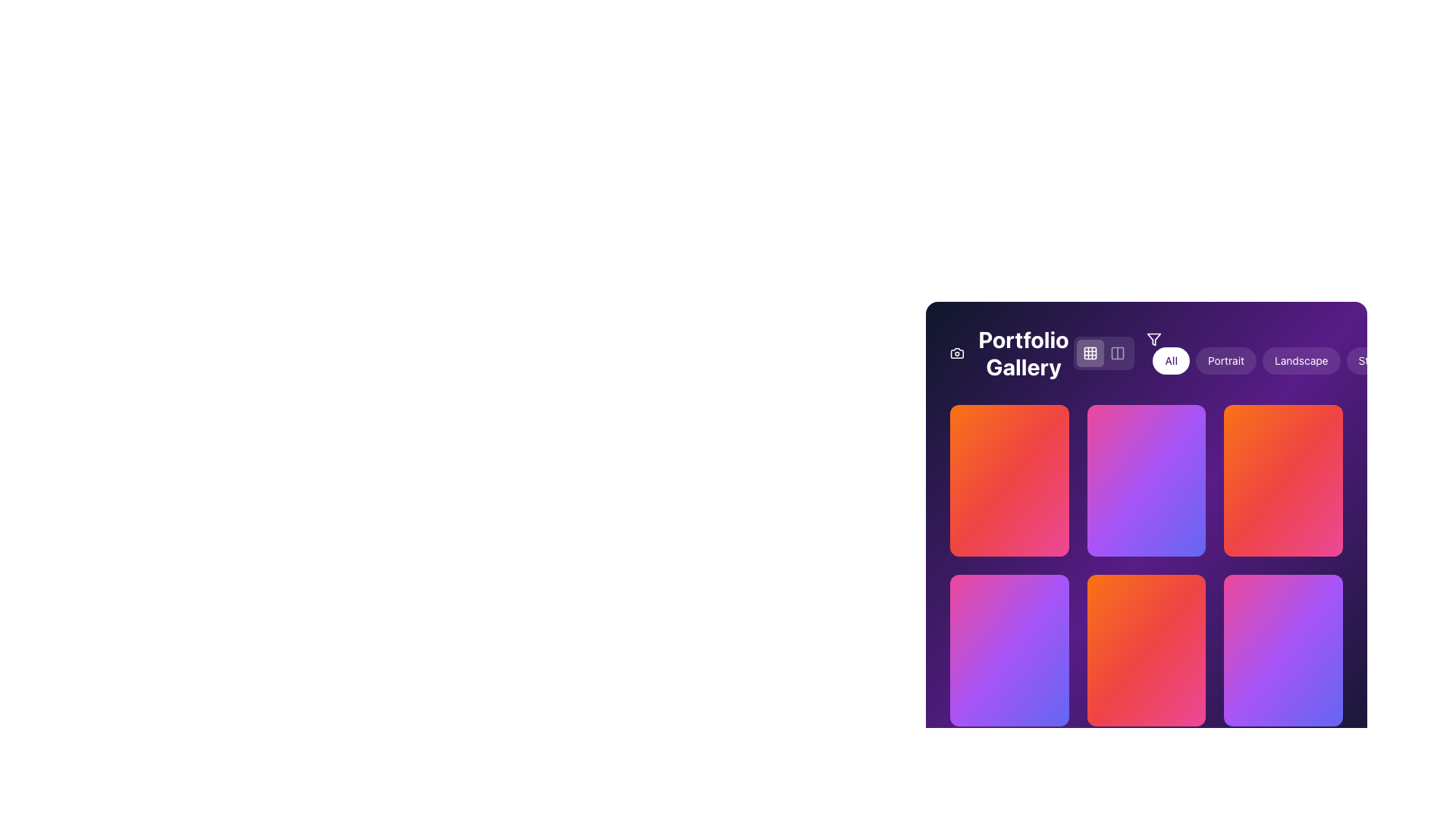  What do you see at coordinates (1147, 480) in the screenshot?
I see `the second grid tile displaying 'Artwork 27921122'` at bounding box center [1147, 480].